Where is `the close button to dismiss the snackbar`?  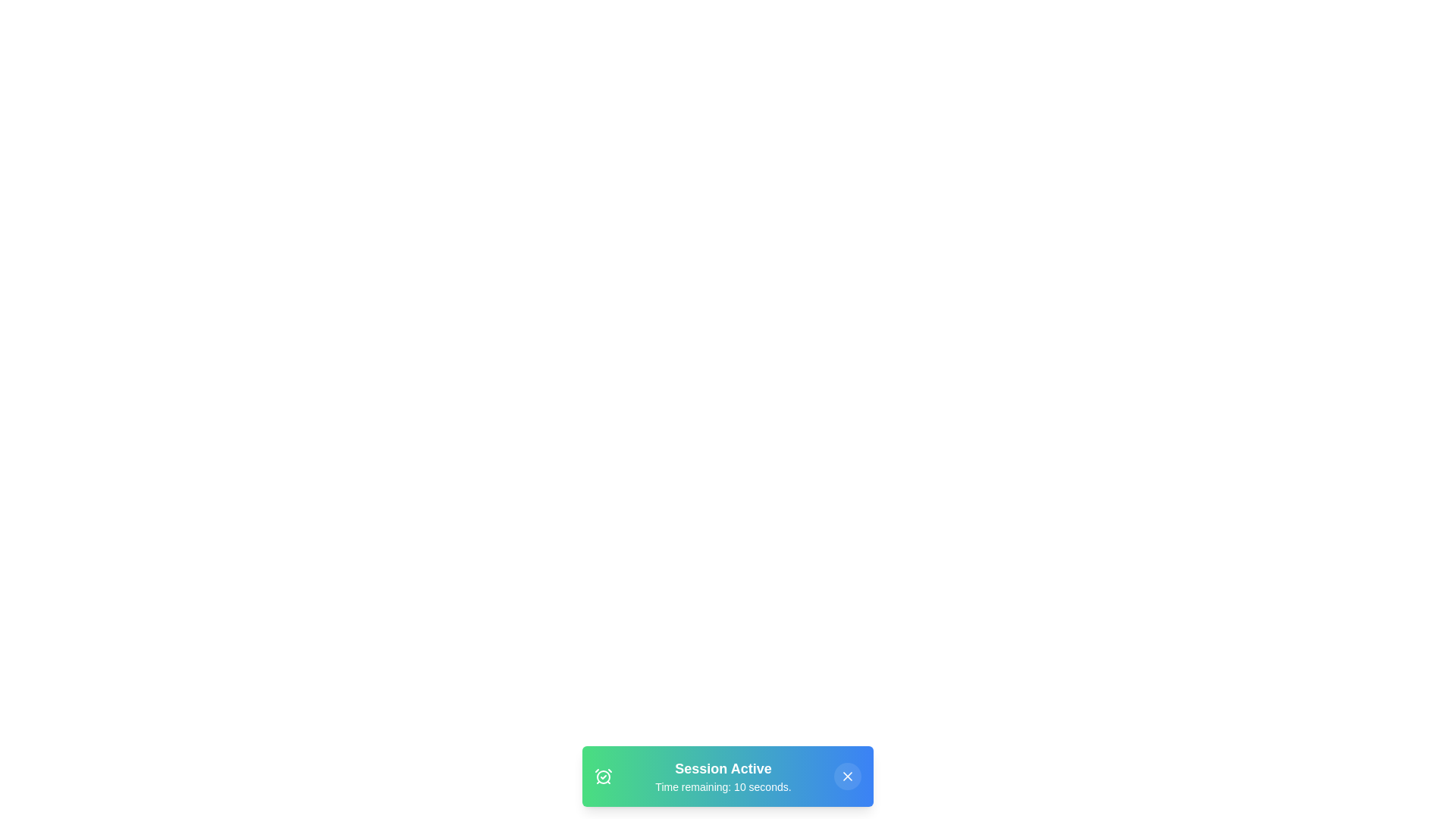
the close button to dismiss the snackbar is located at coordinates (847, 776).